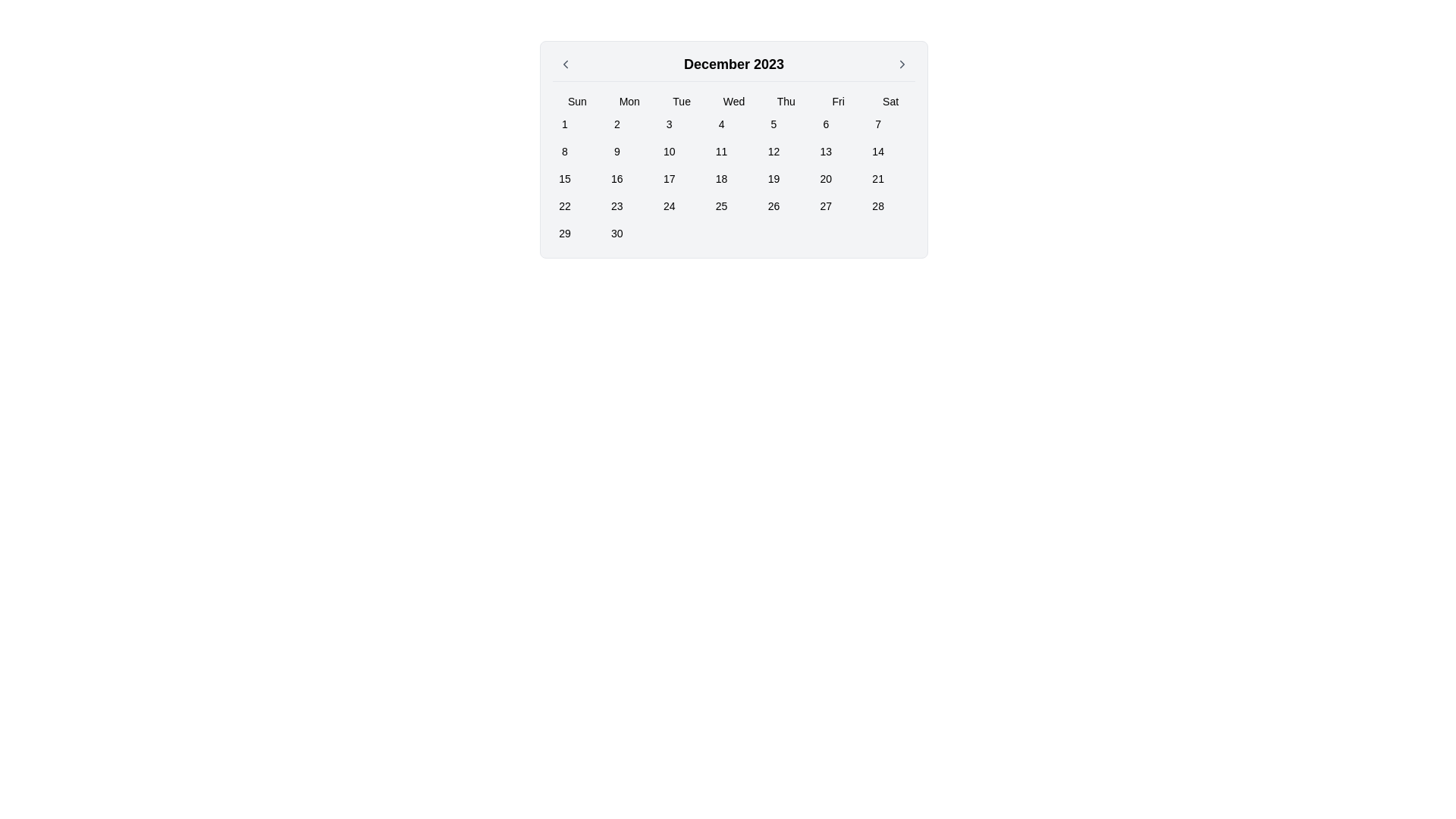 The width and height of the screenshot is (1456, 819). Describe the element at coordinates (734, 149) in the screenshot. I see `a date on the December 2023 calendar by clicking on the corresponding day cell` at that location.